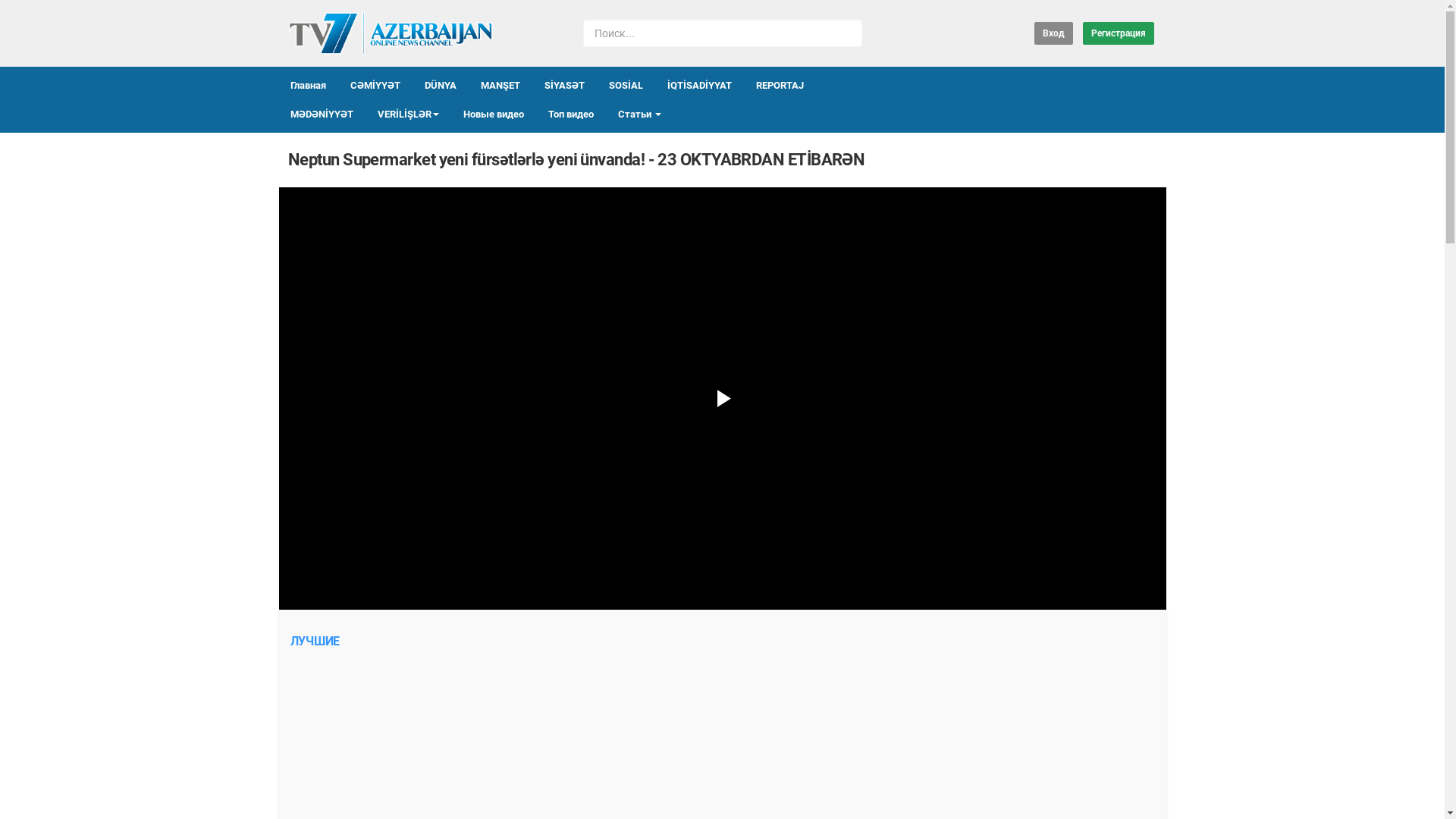 The height and width of the screenshot is (819, 1456). What do you see at coordinates (390, 33) in the screenshot?
I see `'TV7.az'` at bounding box center [390, 33].